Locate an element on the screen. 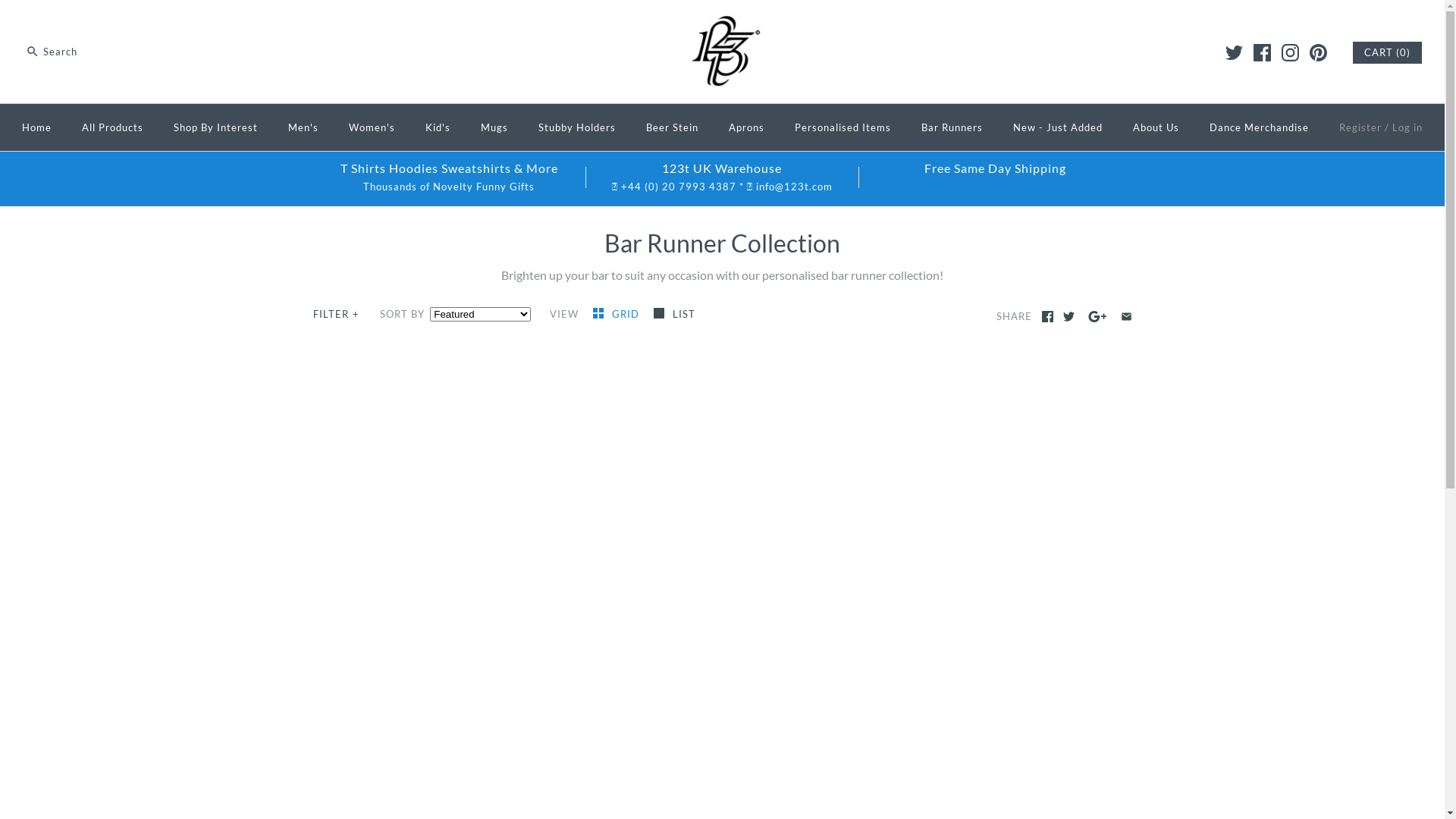  'Bar Runners' is located at coordinates (951, 127).